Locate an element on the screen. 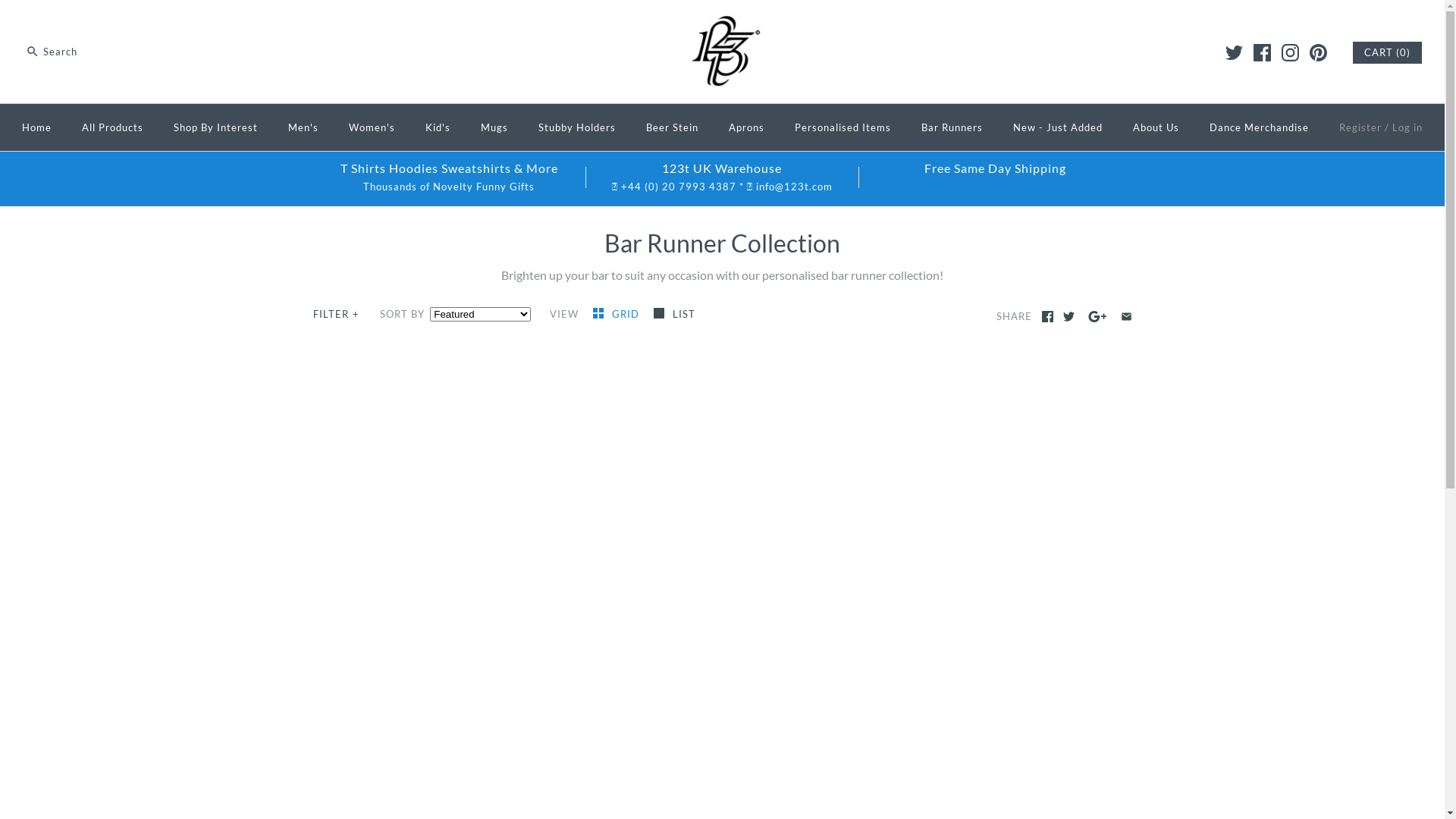  'Bar Runners' is located at coordinates (951, 127).